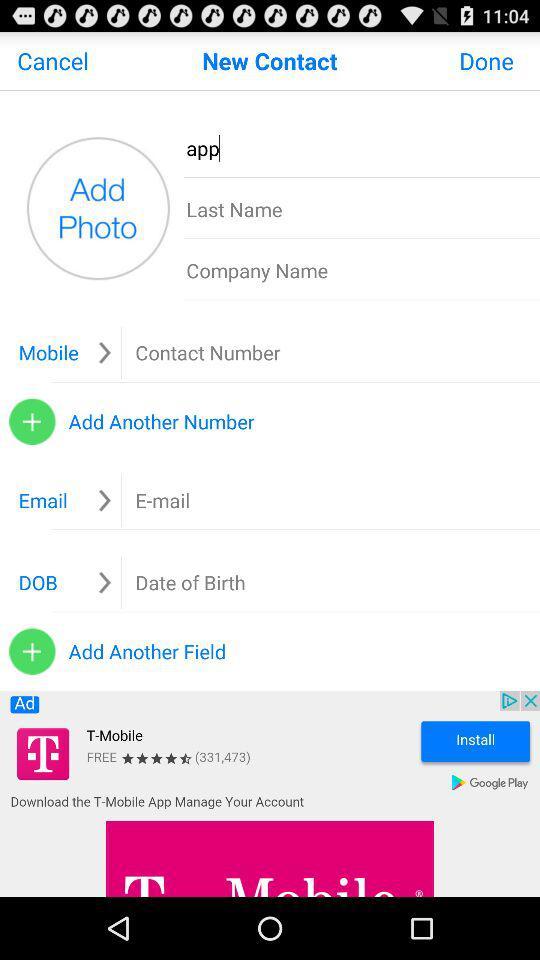 The height and width of the screenshot is (960, 540). I want to click on mobile contact number, so click(251, 352).